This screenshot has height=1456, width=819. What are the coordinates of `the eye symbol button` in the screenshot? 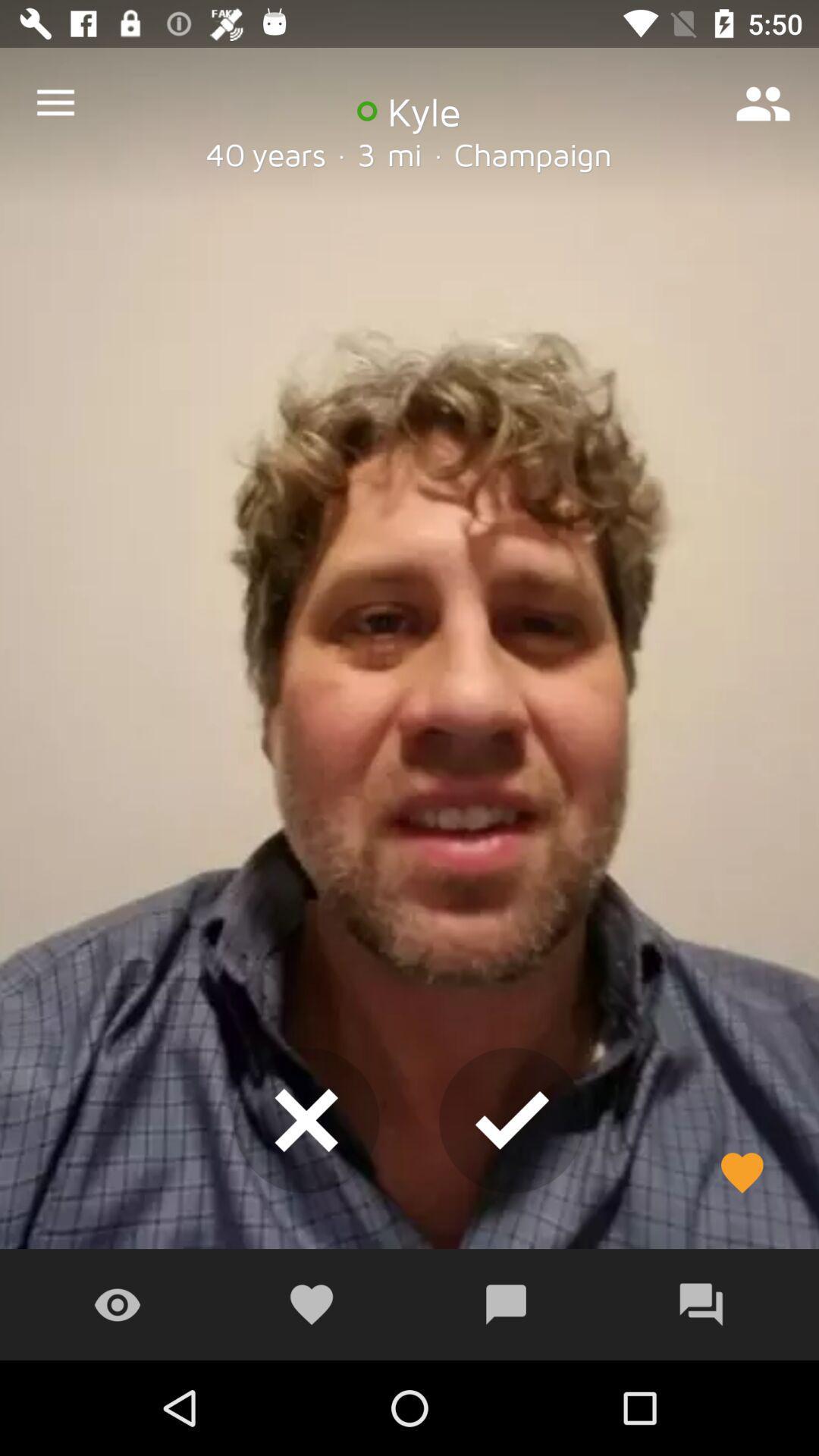 It's located at (116, 1304).